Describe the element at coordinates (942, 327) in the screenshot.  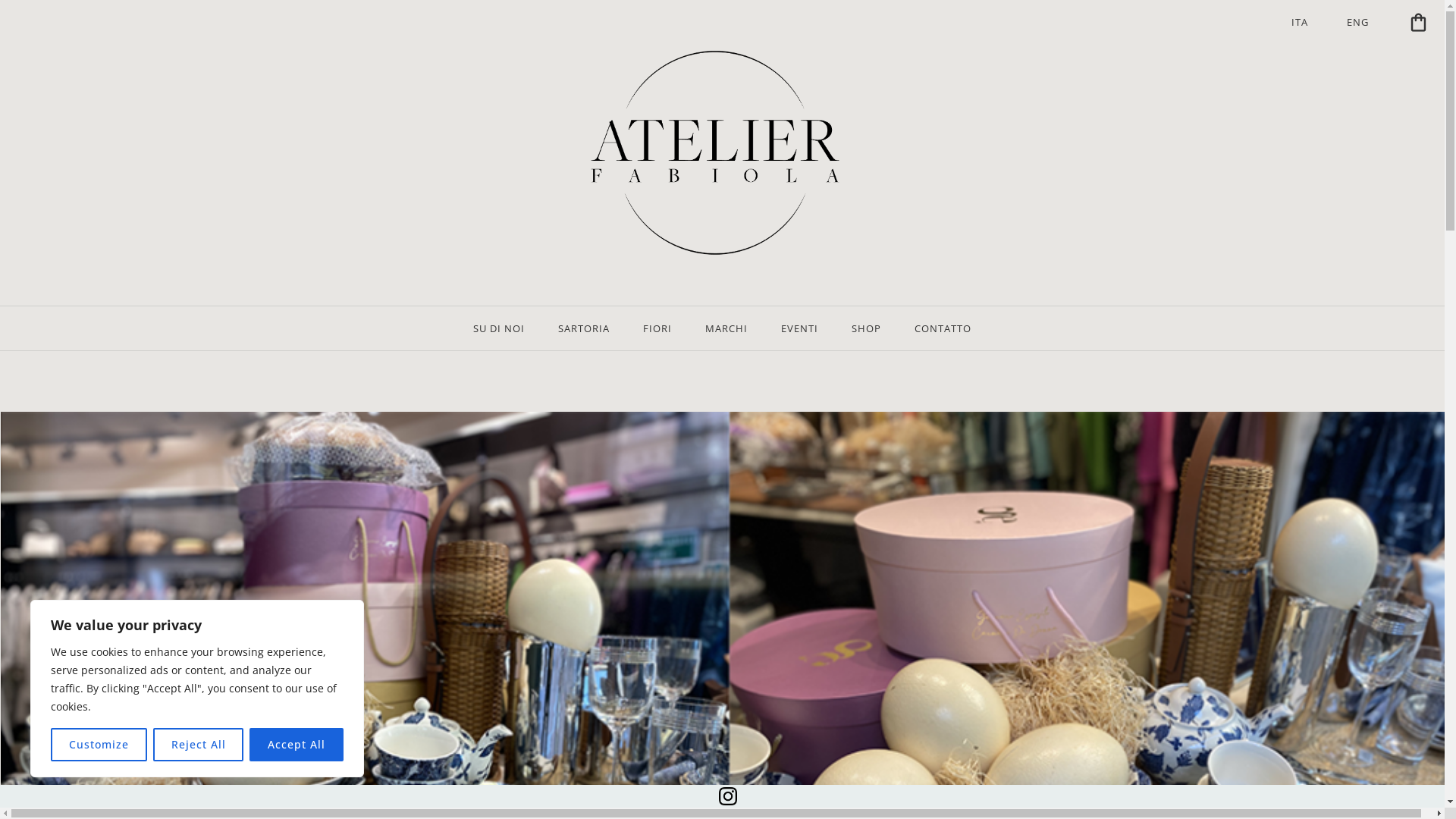
I see `'CONTATTO'` at that location.